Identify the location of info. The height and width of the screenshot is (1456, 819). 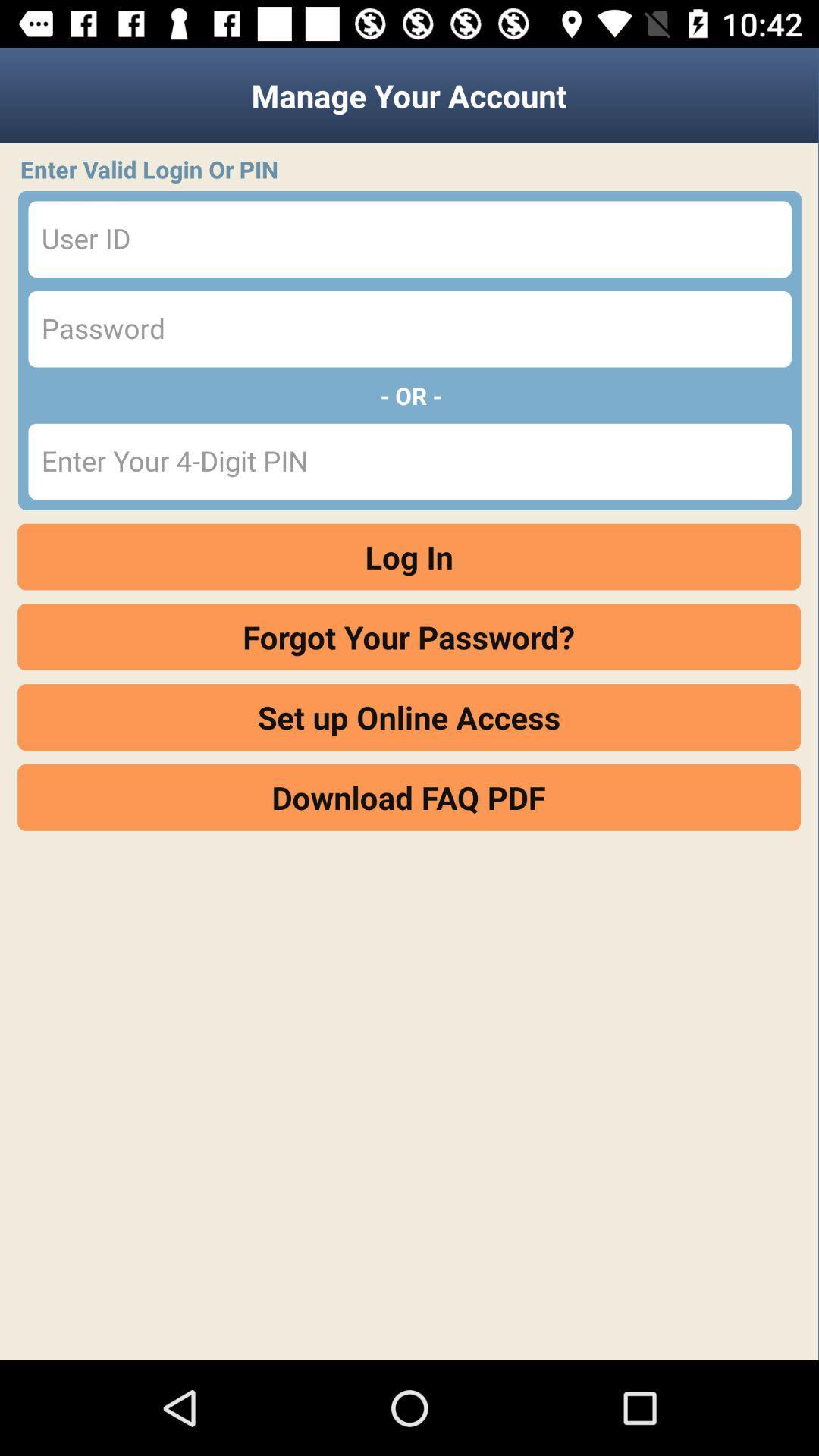
(409, 461).